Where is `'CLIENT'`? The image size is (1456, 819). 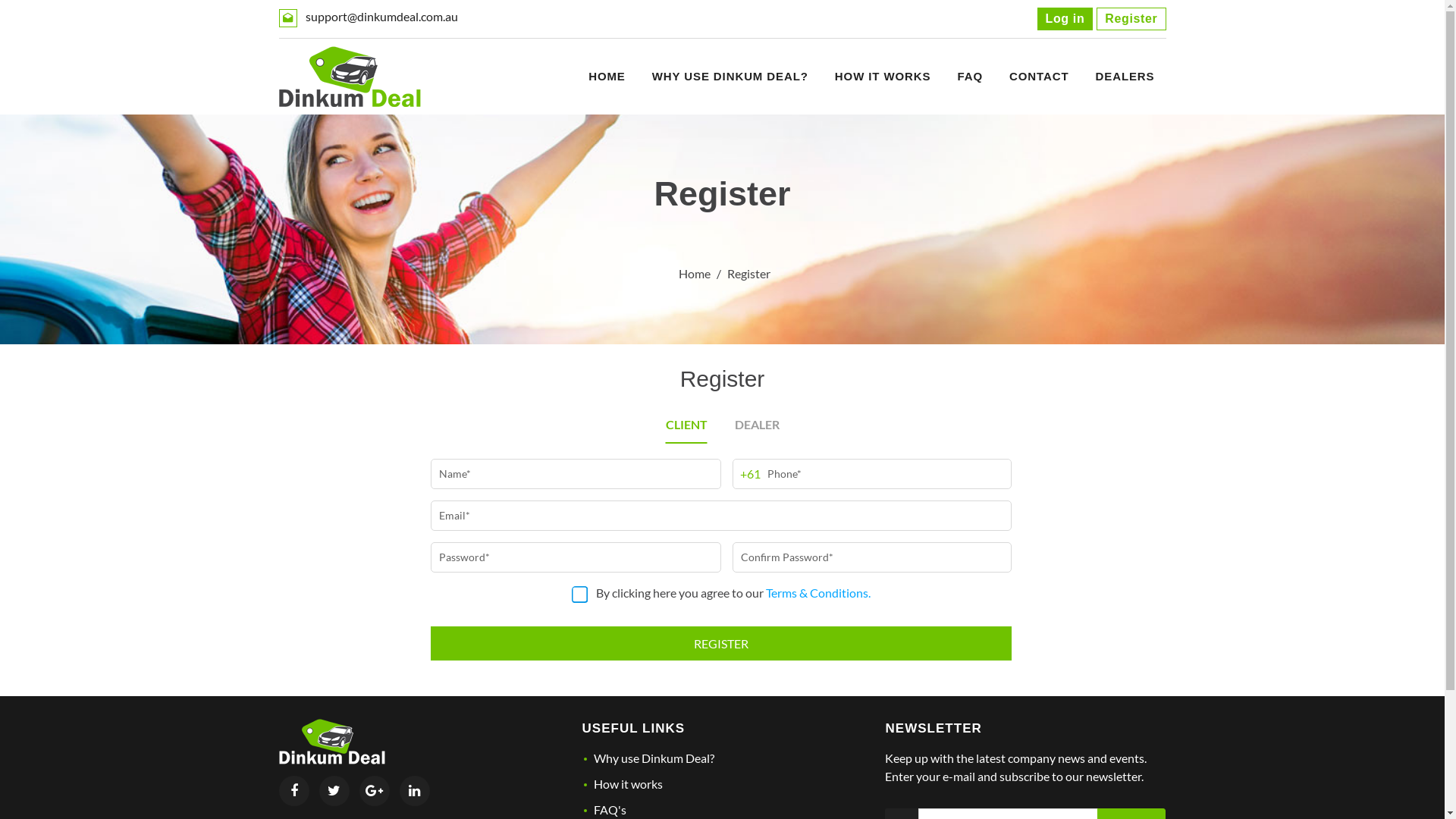
'CLIENT' is located at coordinates (686, 424).